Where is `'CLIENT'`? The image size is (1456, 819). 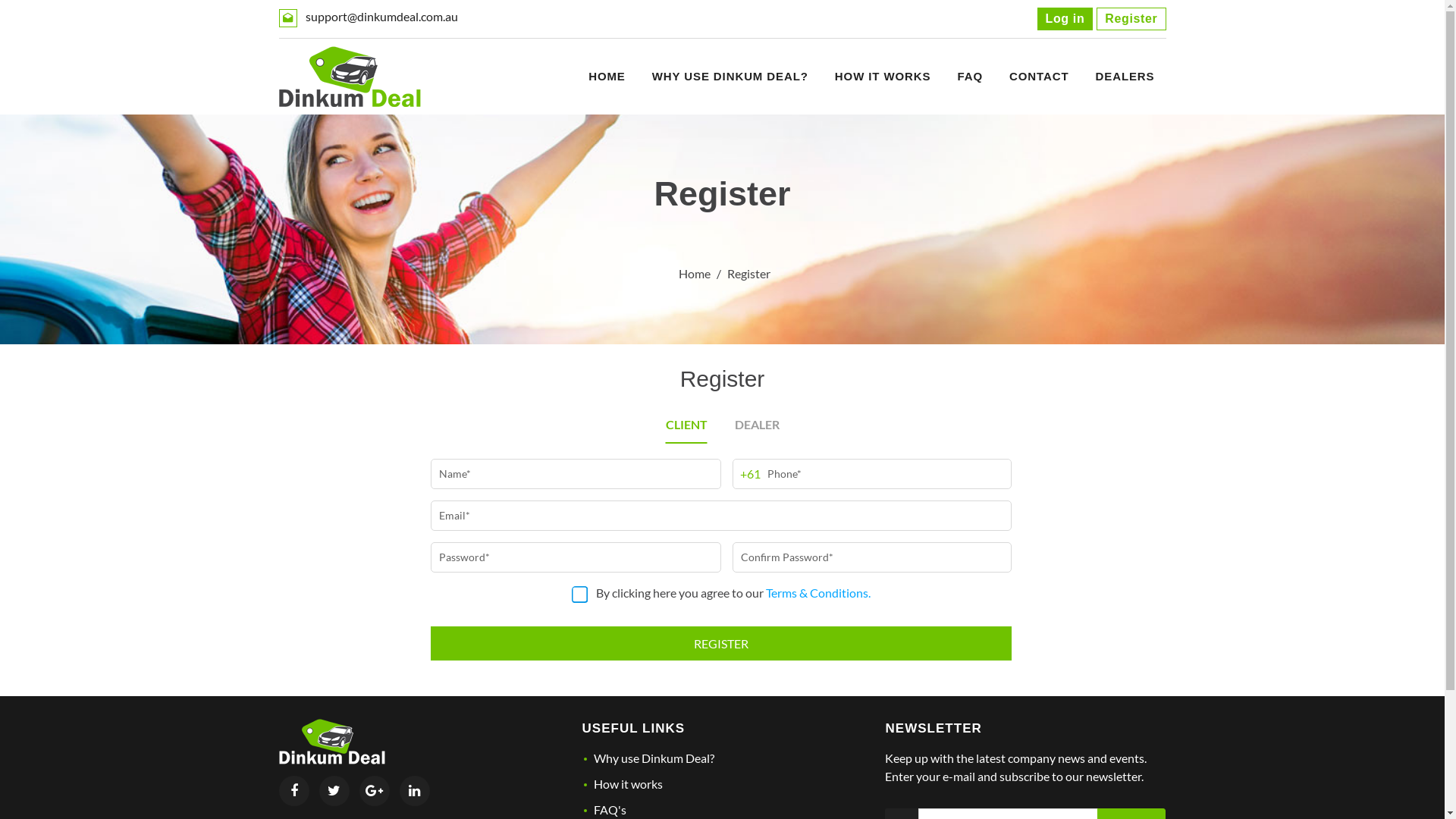
'CLIENT' is located at coordinates (686, 424).